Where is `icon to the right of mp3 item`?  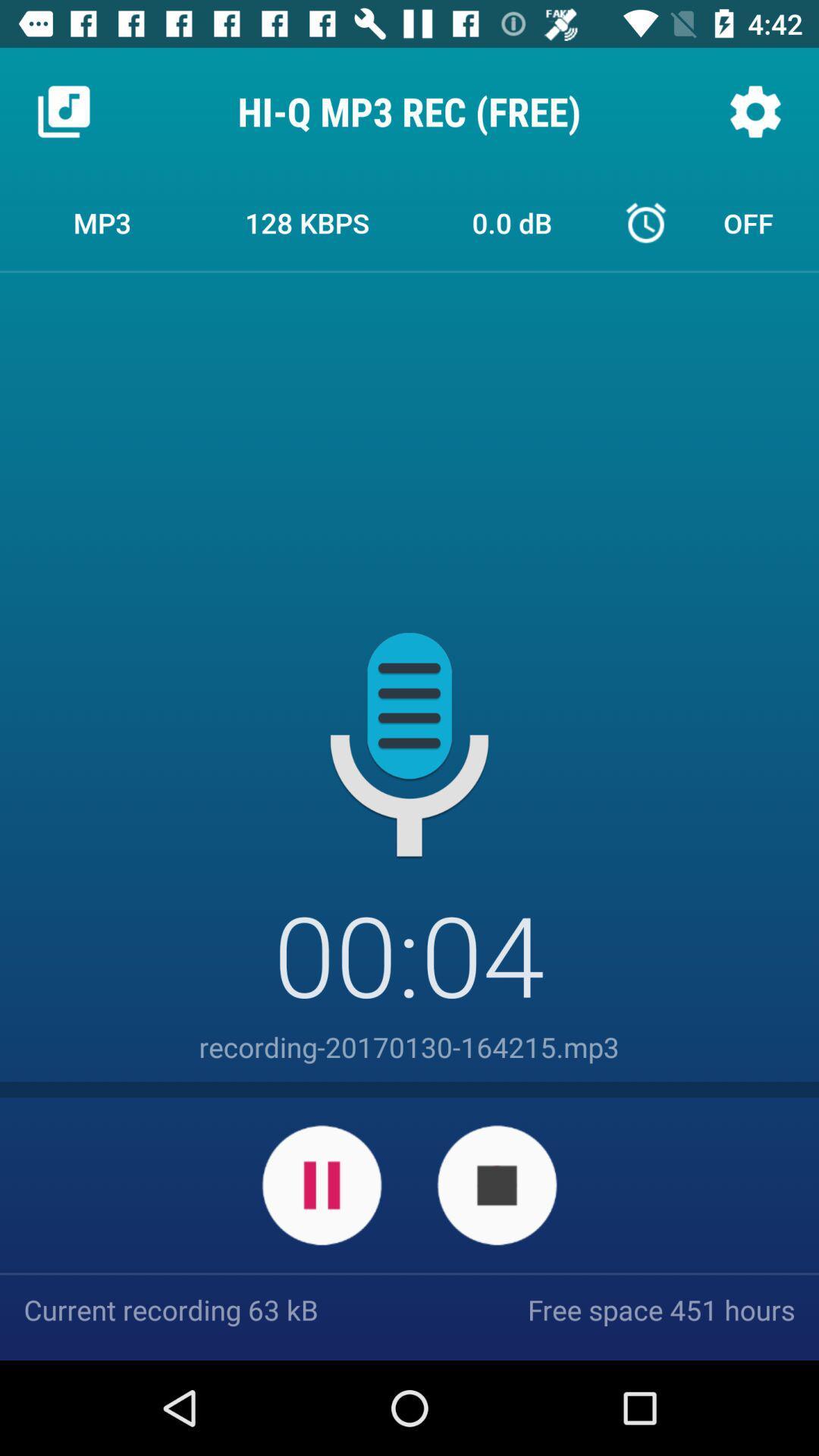 icon to the right of mp3 item is located at coordinates (307, 221).